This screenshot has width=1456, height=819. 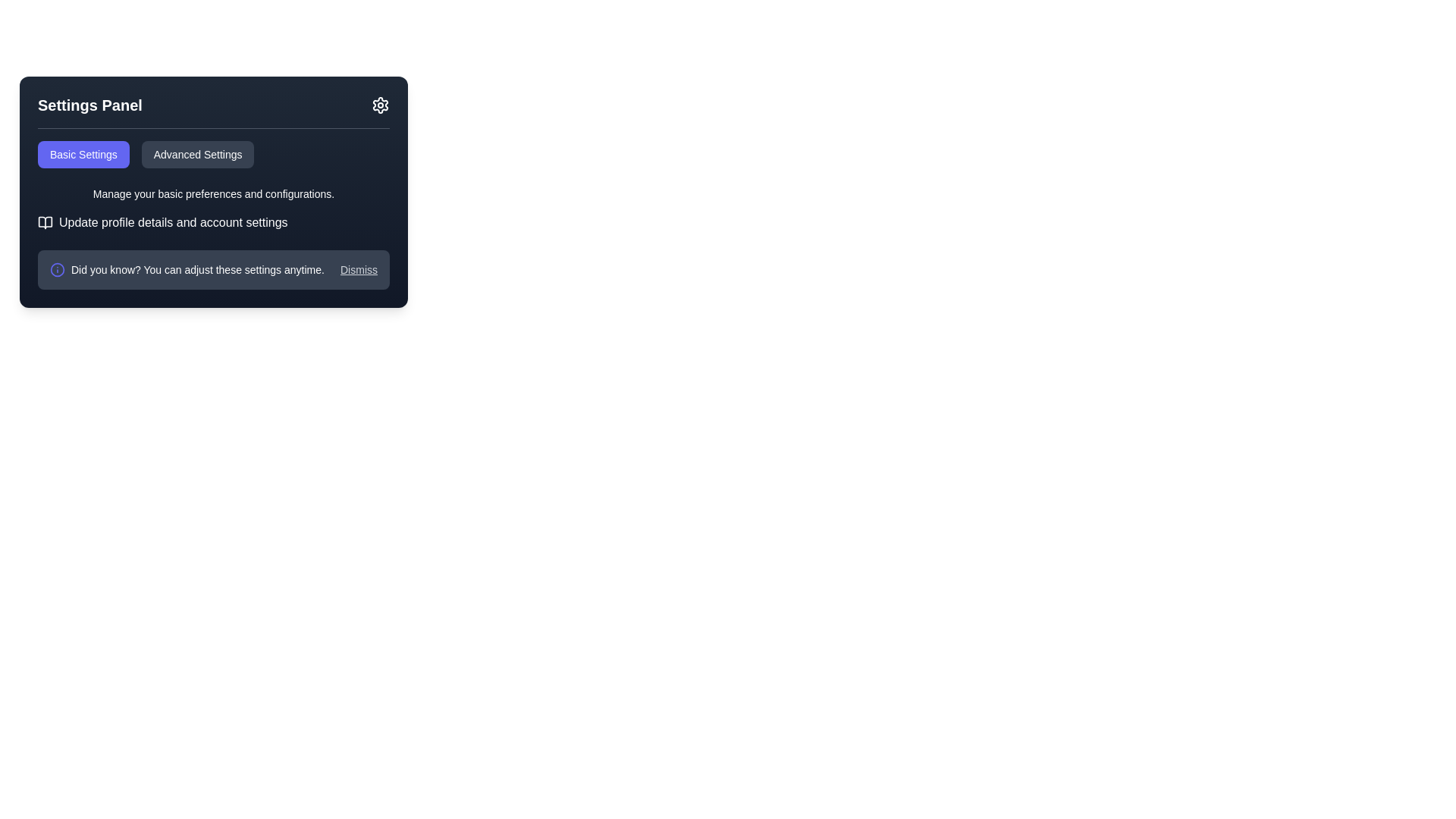 I want to click on the open book SVG icon located to the left of the text 'Update profile details and account settings' in the 'Settings Panel' section, so click(x=45, y=222).